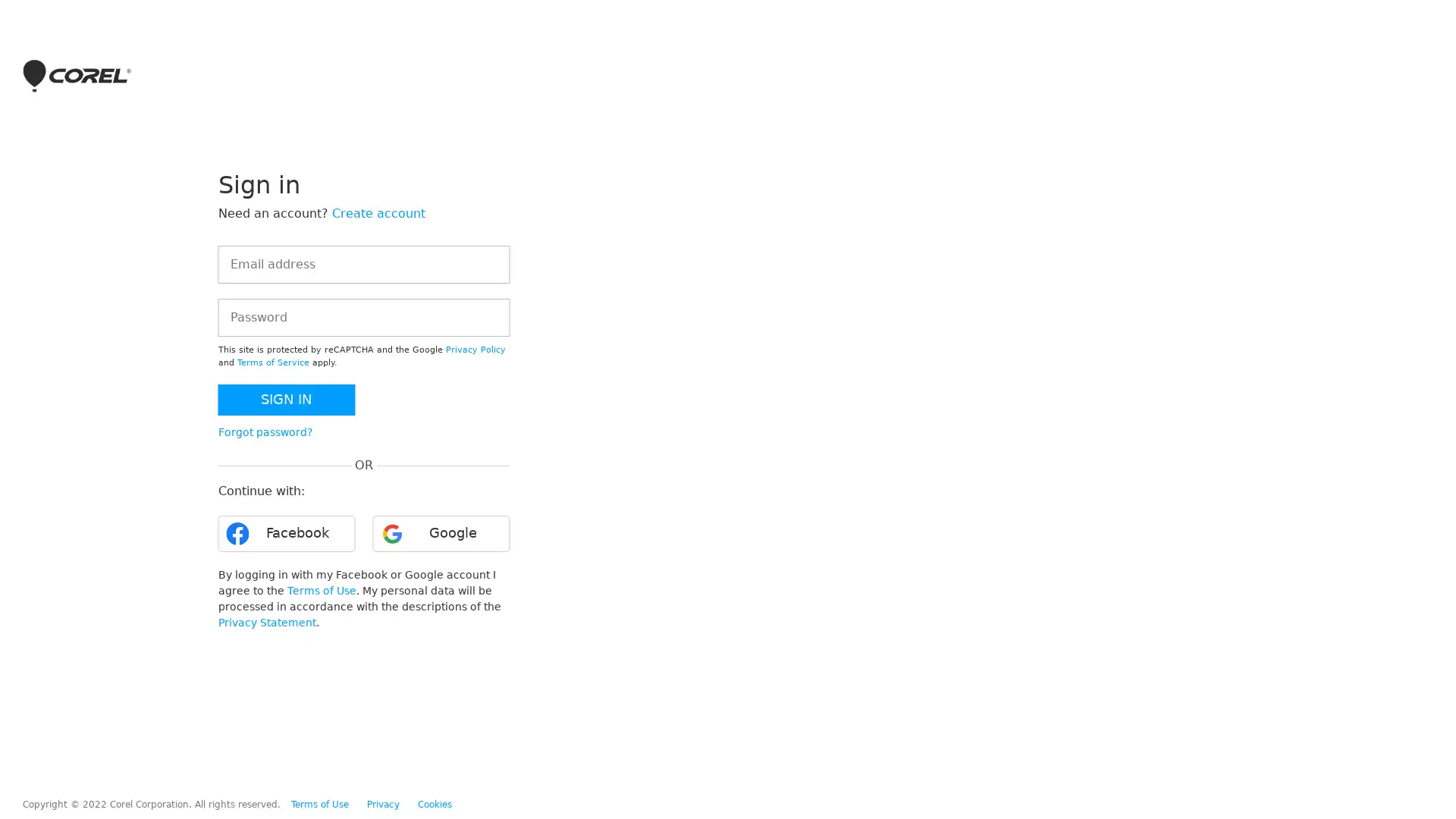 Image resolution: width=1456 pixels, height=819 pixels. Describe the element at coordinates (286, 399) in the screenshot. I see `SIGN IN` at that location.